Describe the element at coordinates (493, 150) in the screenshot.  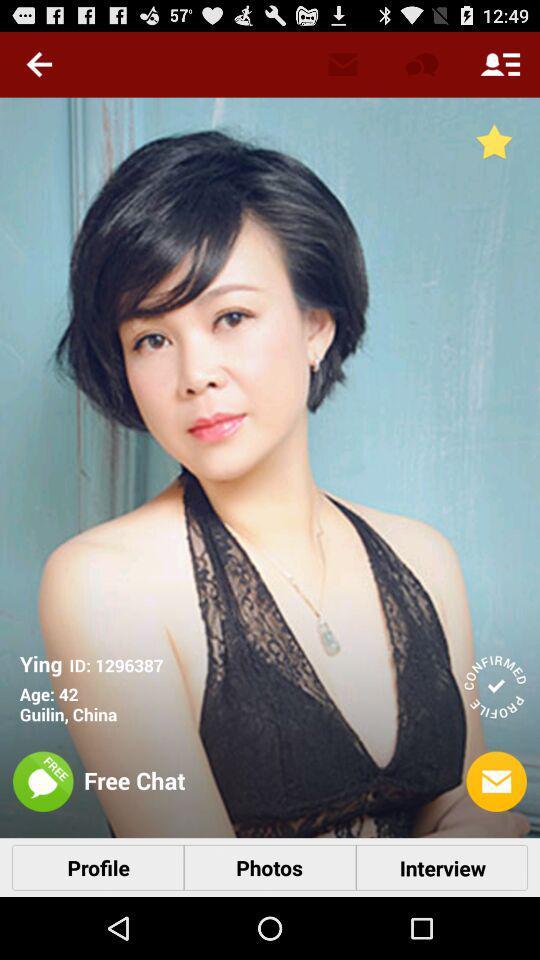
I see `the star icon` at that location.